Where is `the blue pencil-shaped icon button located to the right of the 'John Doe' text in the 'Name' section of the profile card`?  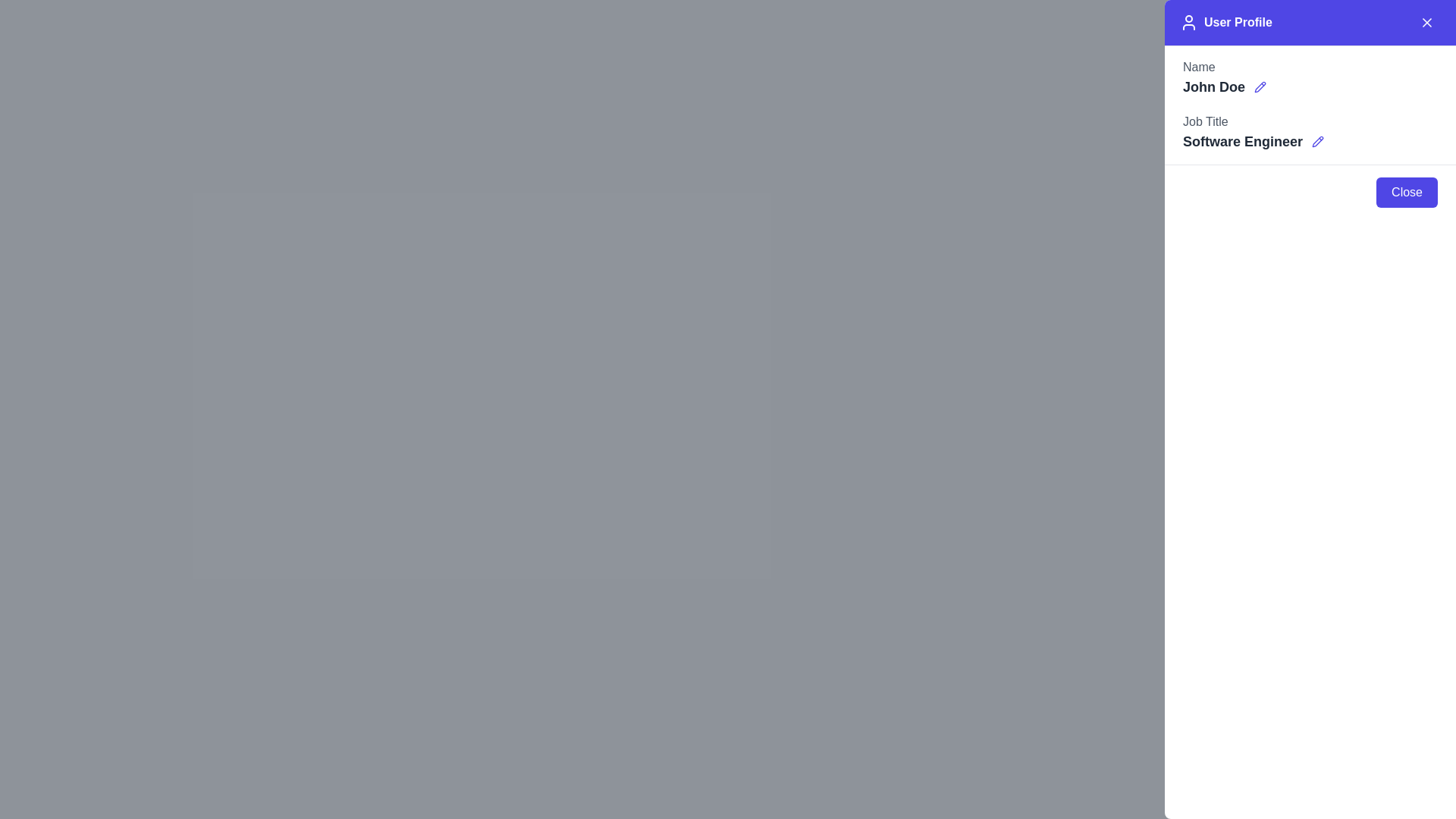 the blue pencil-shaped icon button located to the right of the 'John Doe' text in the 'Name' section of the profile card is located at coordinates (1260, 87).